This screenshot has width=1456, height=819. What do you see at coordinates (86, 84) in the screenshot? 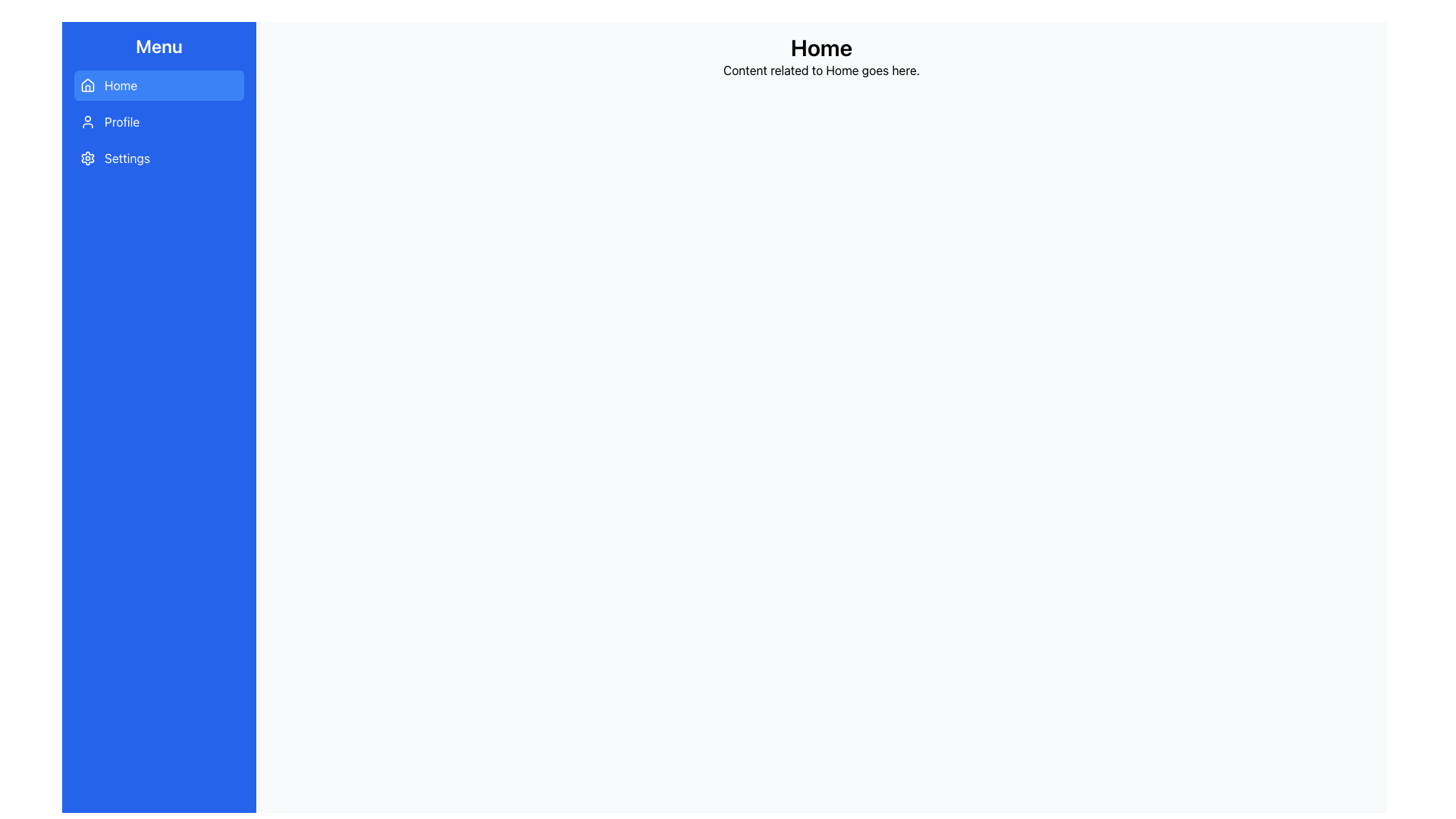
I see `the house icon in the navigation menu, which represents the 'Home' menu item and is located on the left side of the application` at bounding box center [86, 84].